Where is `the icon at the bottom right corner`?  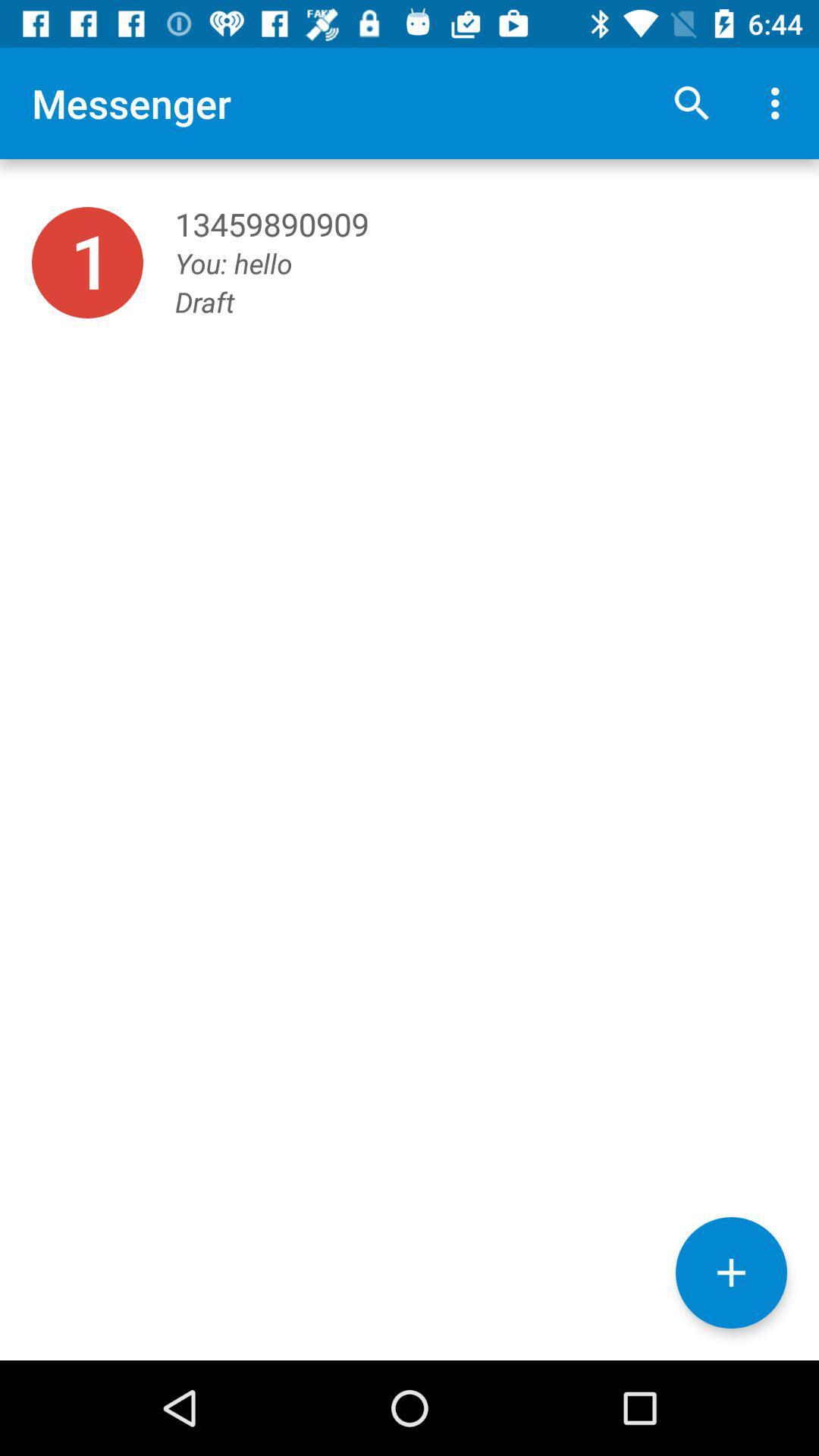
the icon at the bottom right corner is located at coordinates (730, 1272).